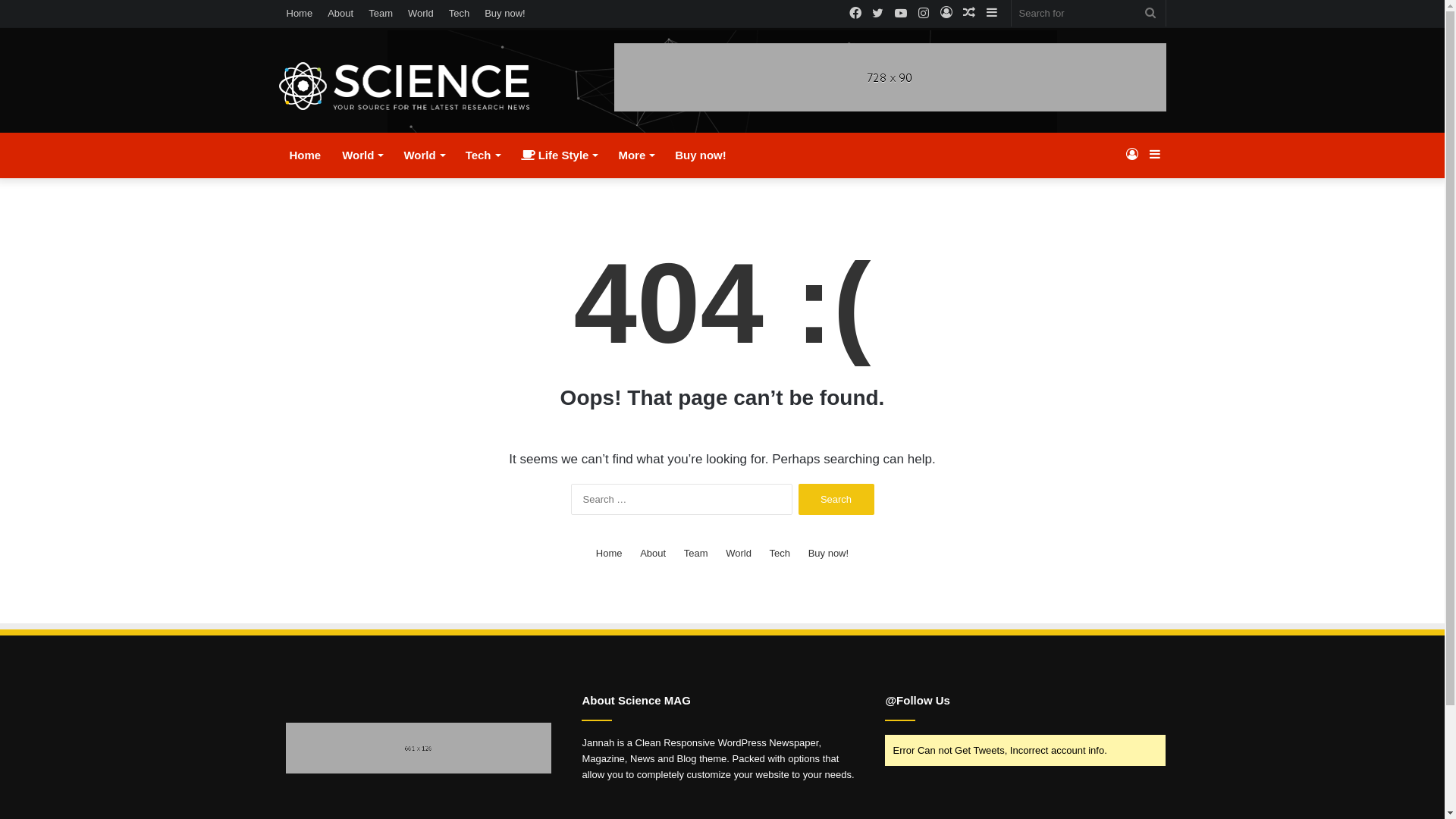  Describe the element at coordinates (695, 553) in the screenshot. I see `'Team'` at that location.